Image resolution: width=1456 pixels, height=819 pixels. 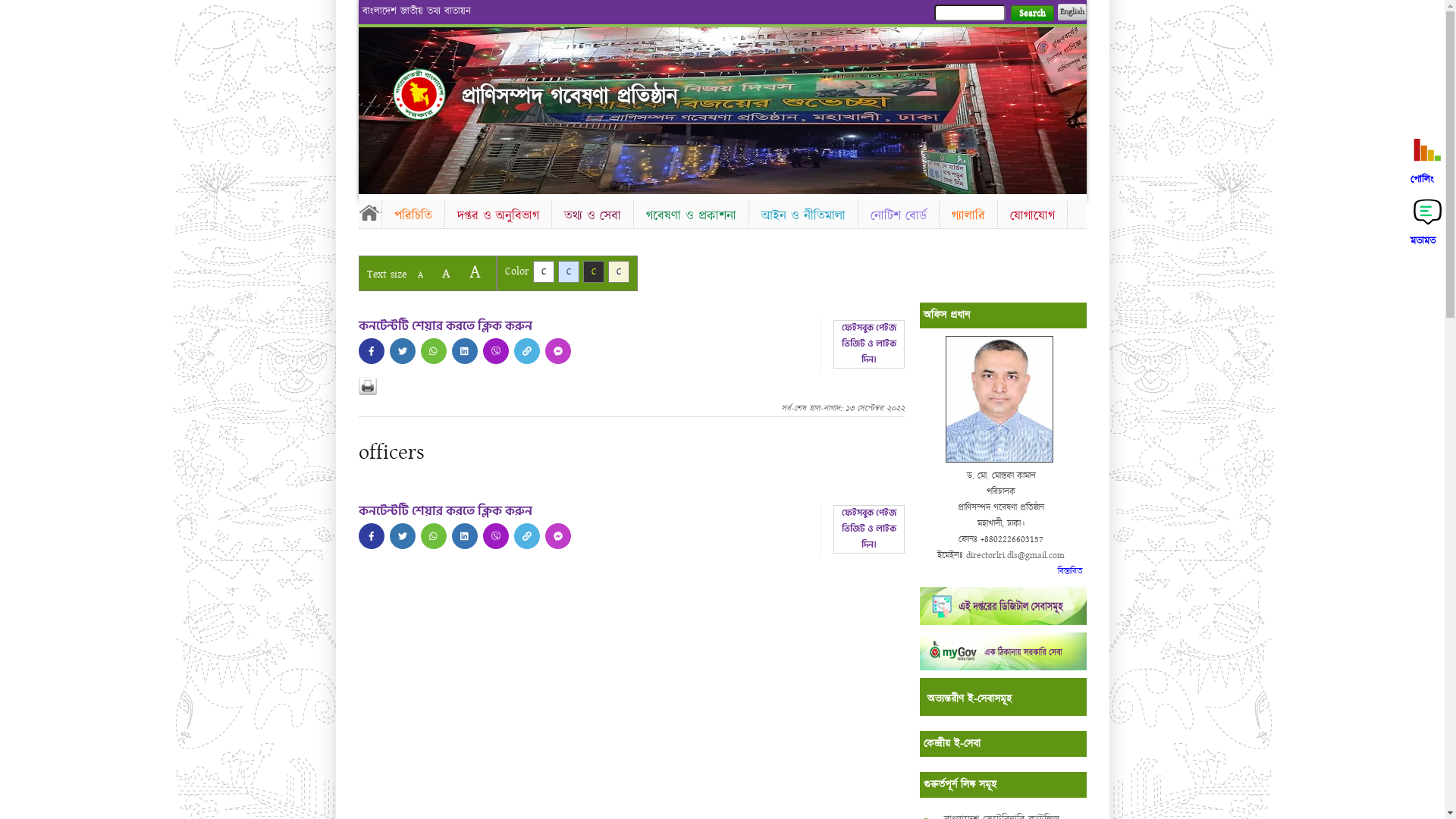 I want to click on 'Home', so click(x=369, y=212).